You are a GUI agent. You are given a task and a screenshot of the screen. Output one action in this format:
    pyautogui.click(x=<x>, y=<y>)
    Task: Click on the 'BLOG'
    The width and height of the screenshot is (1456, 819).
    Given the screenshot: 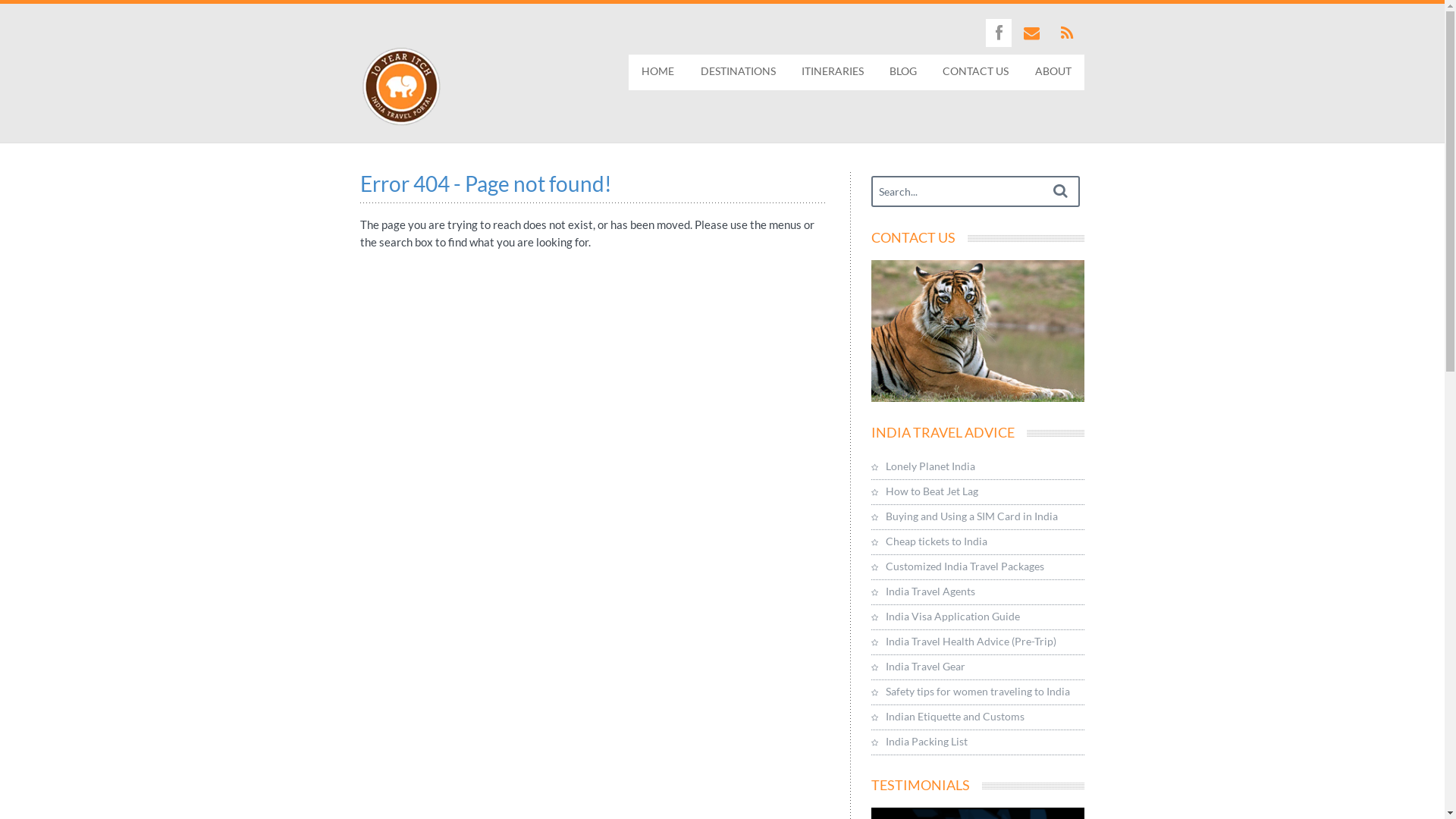 What is the action you would take?
    pyautogui.click(x=902, y=72)
    